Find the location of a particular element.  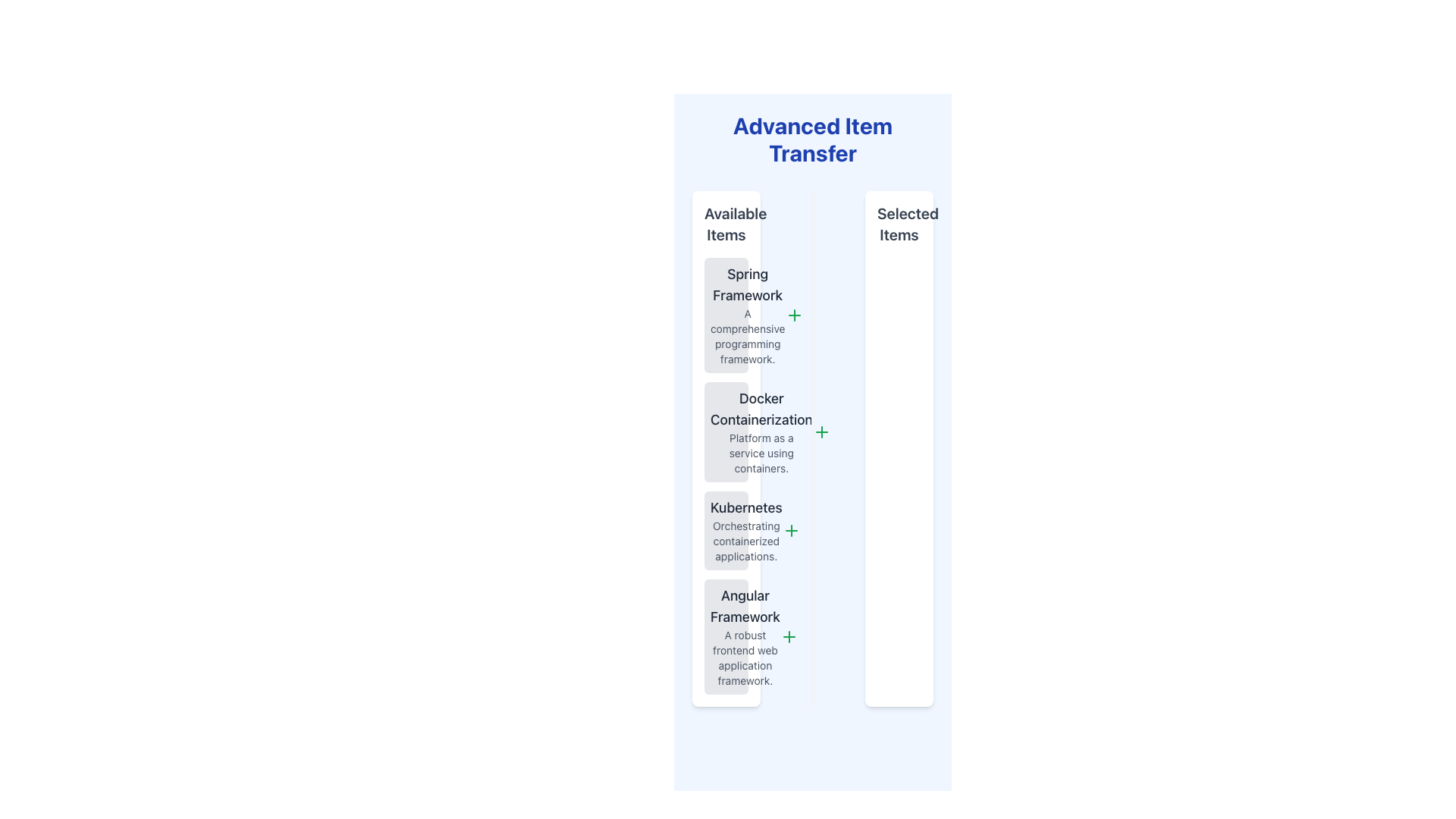

the first item in the 'Available Items' list is located at coordinates (726, 315).